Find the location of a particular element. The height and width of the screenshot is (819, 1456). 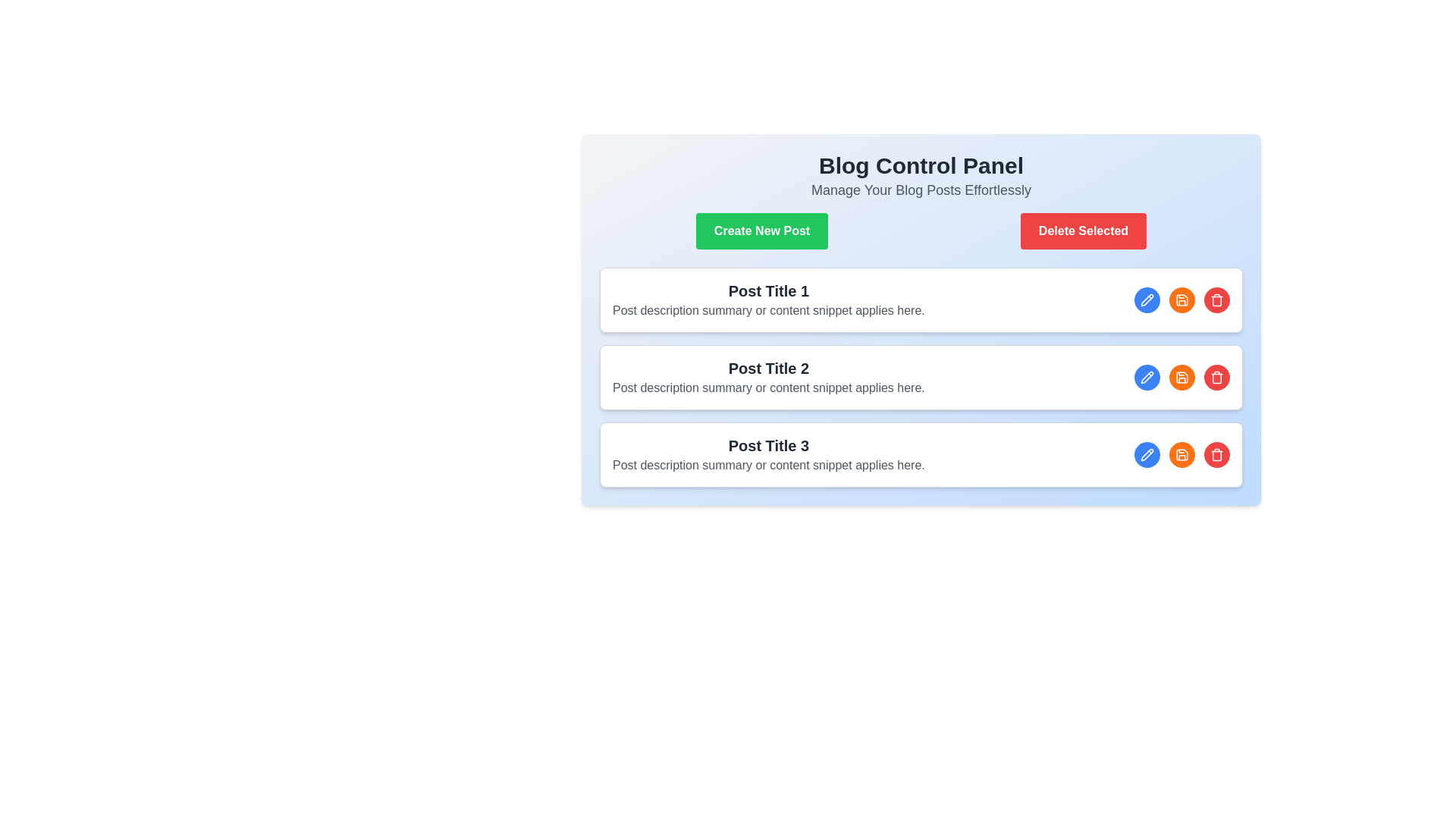

the small orange circular icon button with a white outline of a floppy disk, located in the middle of three action buttons for a blog post item is located at coordinates (1181, 300).